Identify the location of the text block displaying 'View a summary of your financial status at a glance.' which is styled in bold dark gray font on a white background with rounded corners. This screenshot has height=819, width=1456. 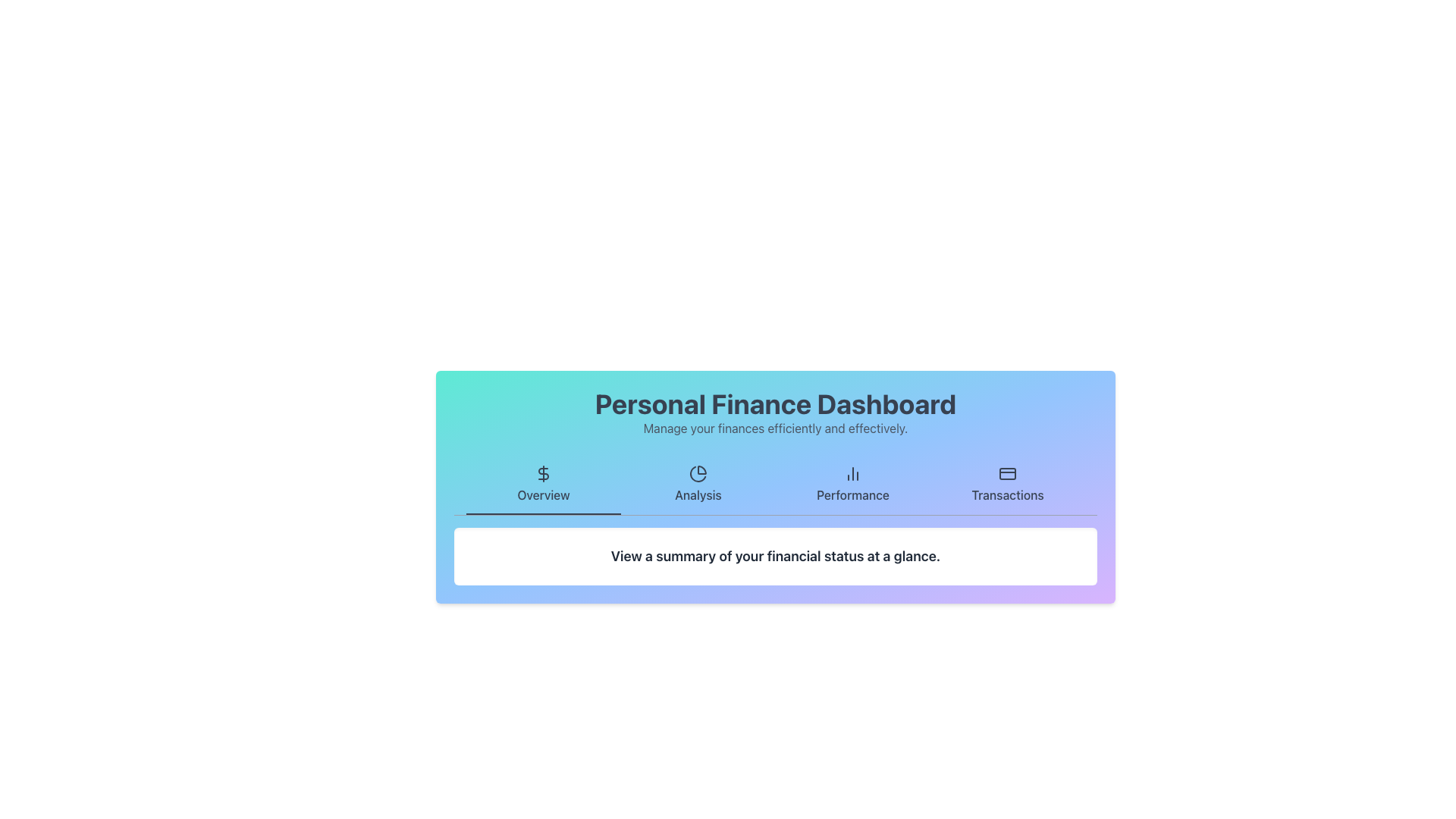
(775, 556).